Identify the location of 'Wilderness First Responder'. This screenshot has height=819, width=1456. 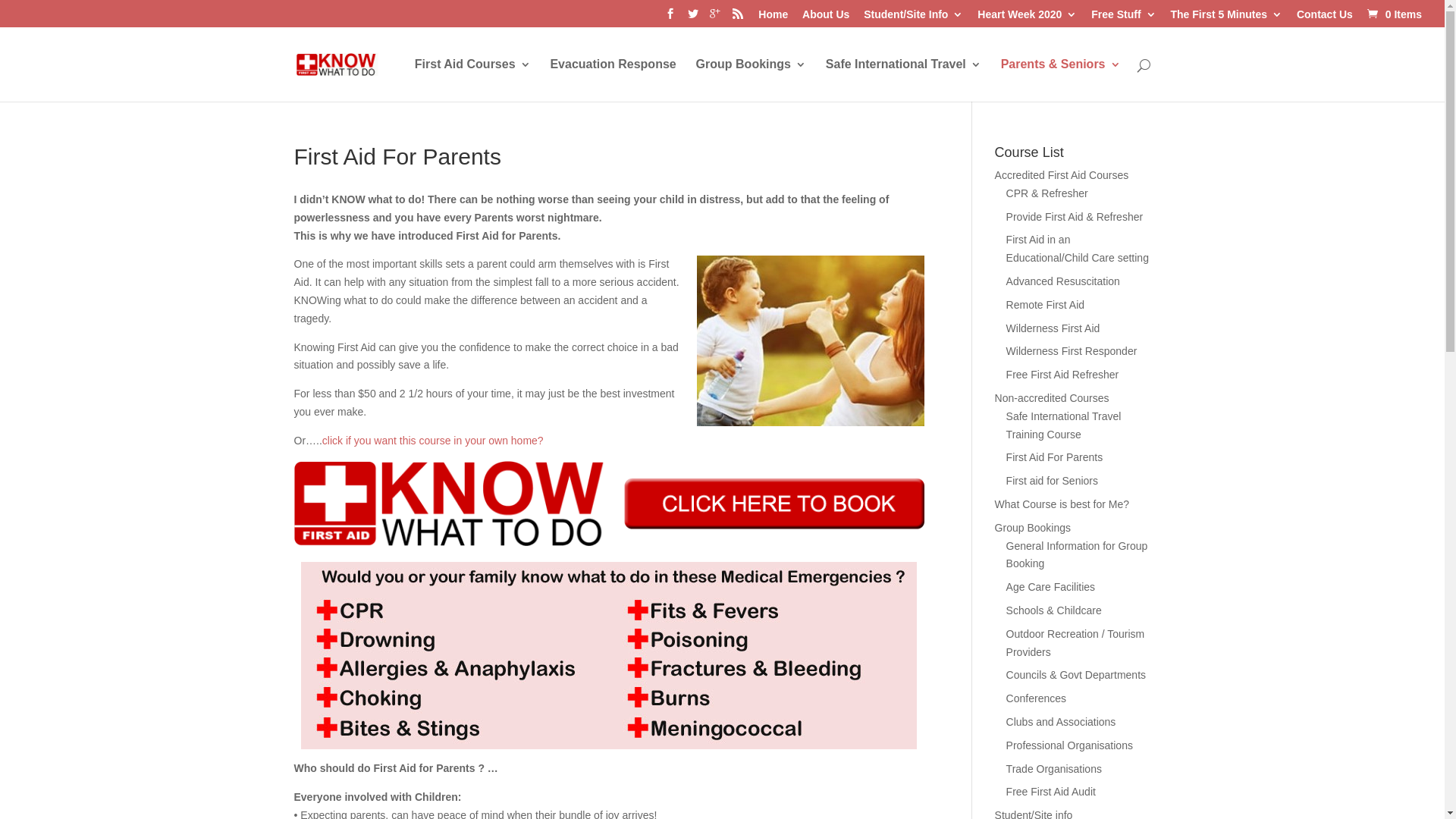
(1071, 350).